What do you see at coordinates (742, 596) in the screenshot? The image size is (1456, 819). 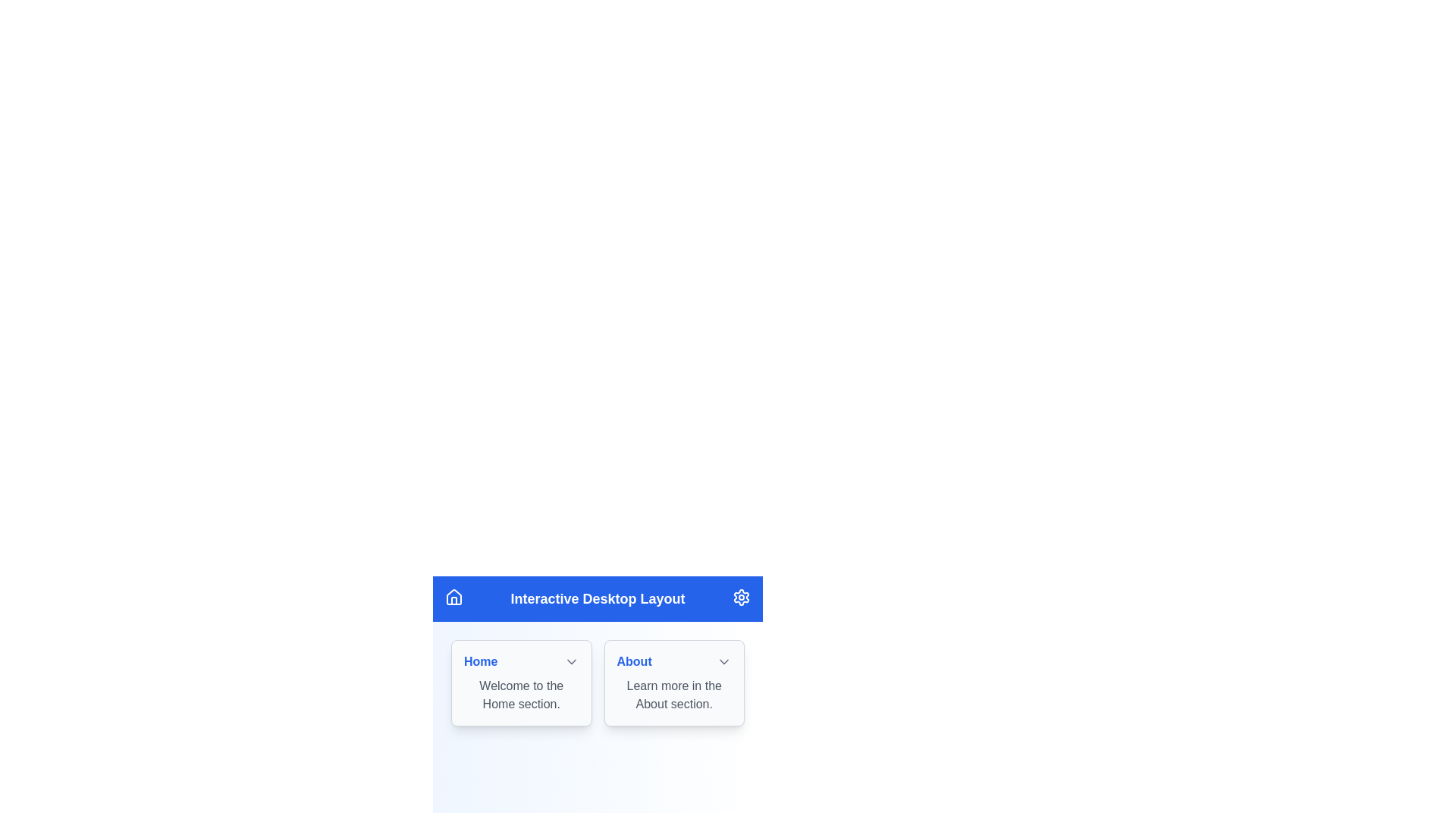 I see `the gear-shaped settings icon located at the top-right corner of the blue bar, next to the text 'Interactive Desktop Layout'` at bounding box center [742, 596].